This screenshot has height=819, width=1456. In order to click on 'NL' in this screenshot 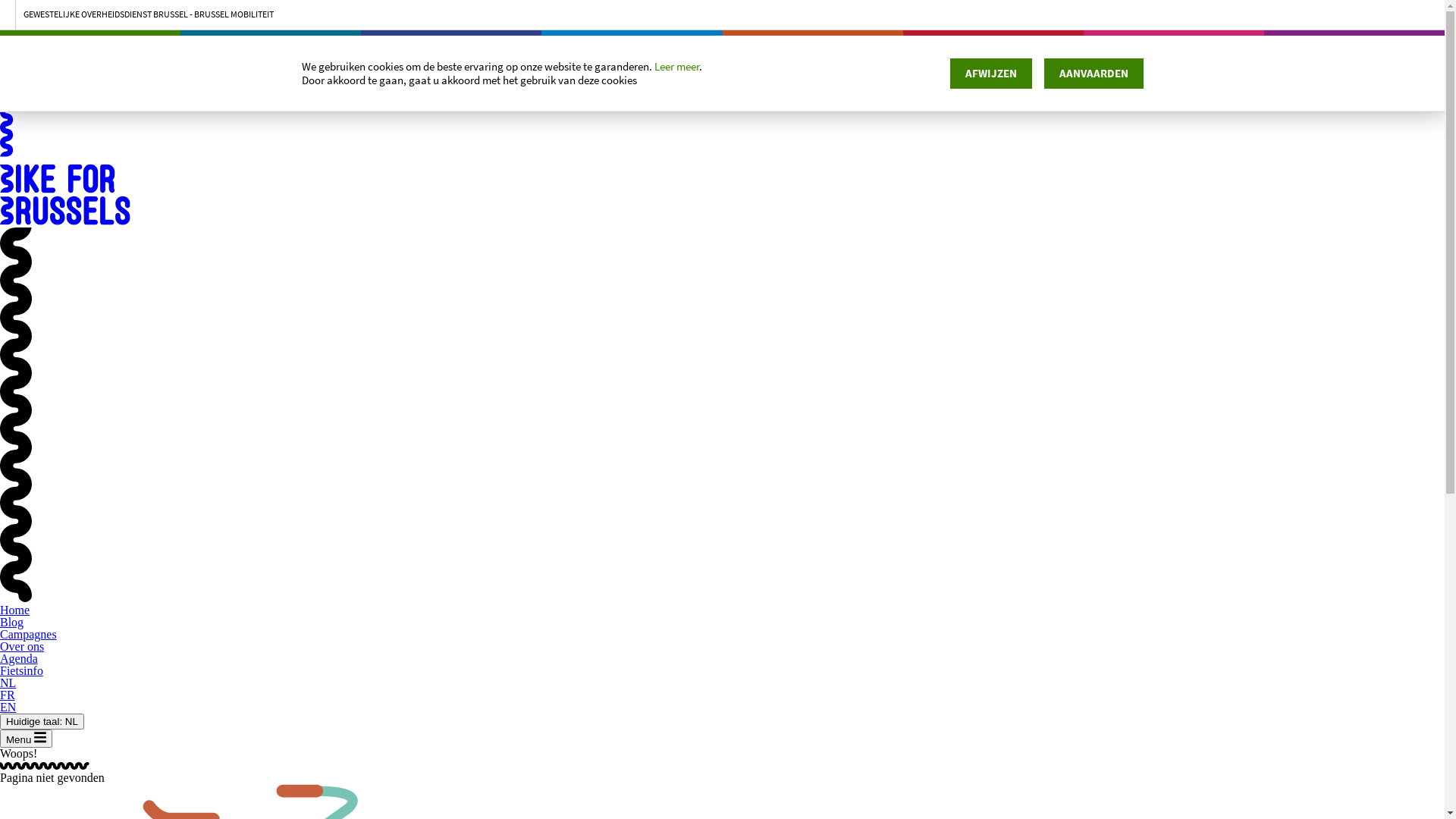, I will do `click(8, 682)`.